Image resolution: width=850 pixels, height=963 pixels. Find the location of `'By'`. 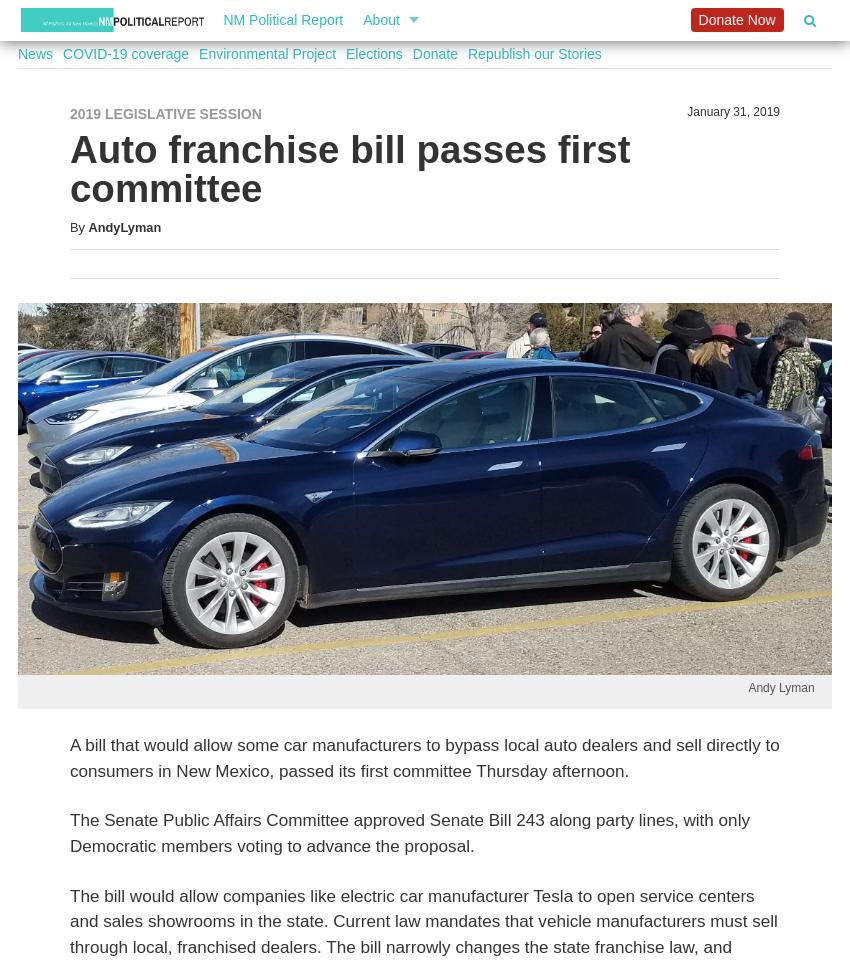

'By' is located at coordinates (76, 227).